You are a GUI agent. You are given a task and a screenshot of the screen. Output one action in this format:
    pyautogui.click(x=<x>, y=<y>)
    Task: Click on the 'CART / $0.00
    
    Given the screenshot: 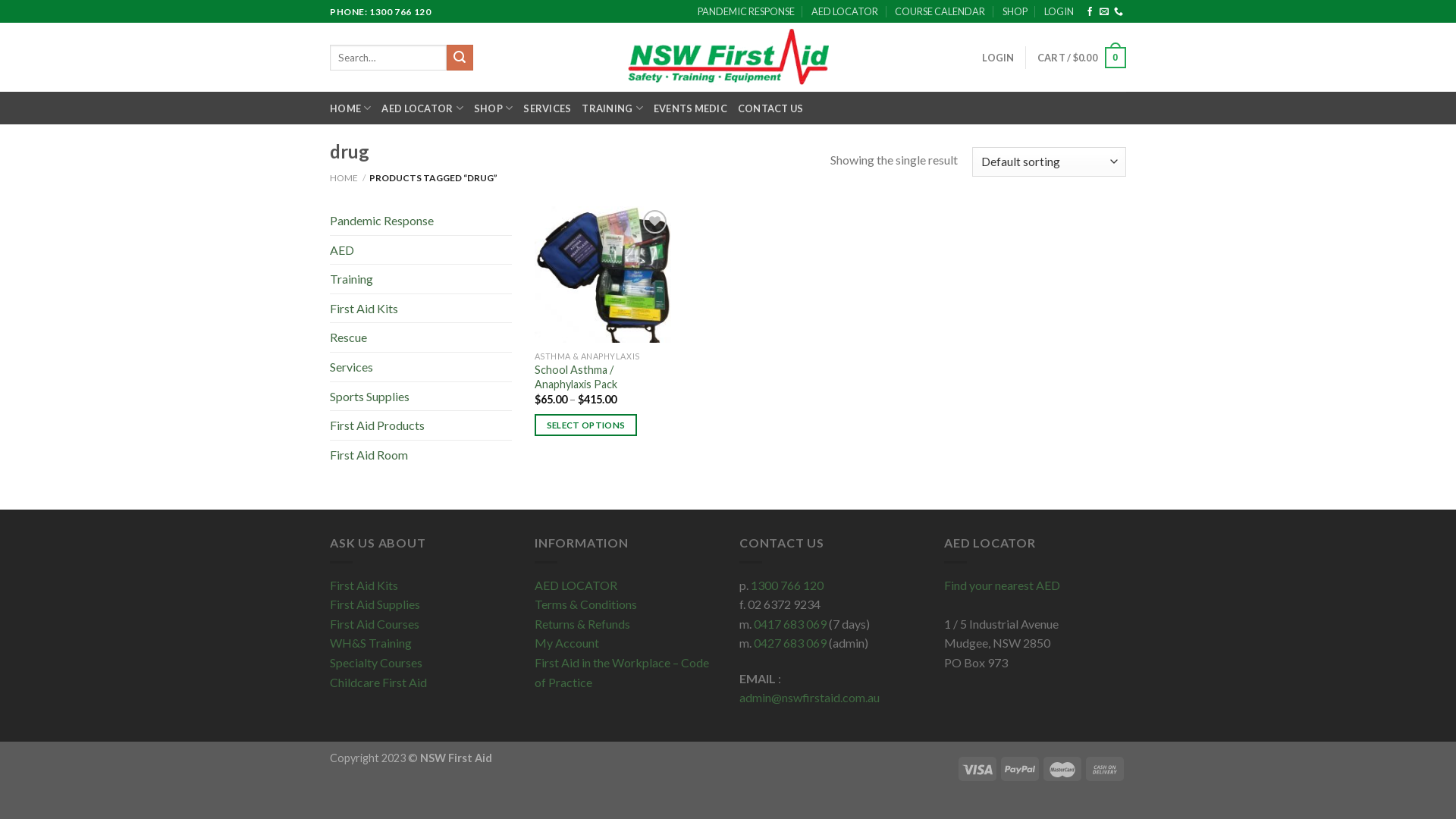 What is the action you would take?
    pyautogui.click(x=1081, y=57)
    